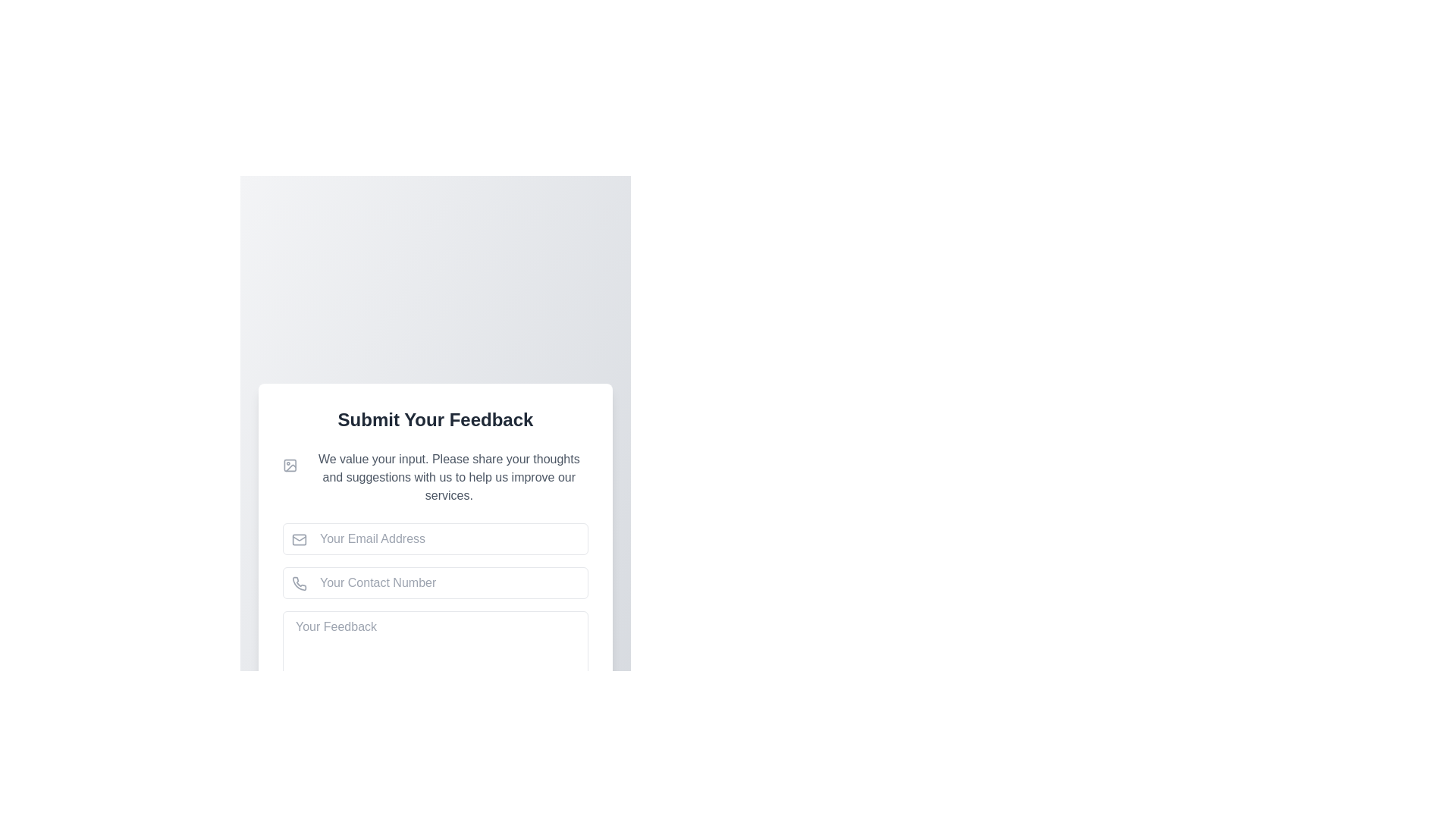 The height and width of the screenshot is (819, 1456). I want to click on the introductory text block for the feedback form, located below the 'Submit Your Feedback' header and above the input fields, which encourages users to share their feedback, so click(435, 476).